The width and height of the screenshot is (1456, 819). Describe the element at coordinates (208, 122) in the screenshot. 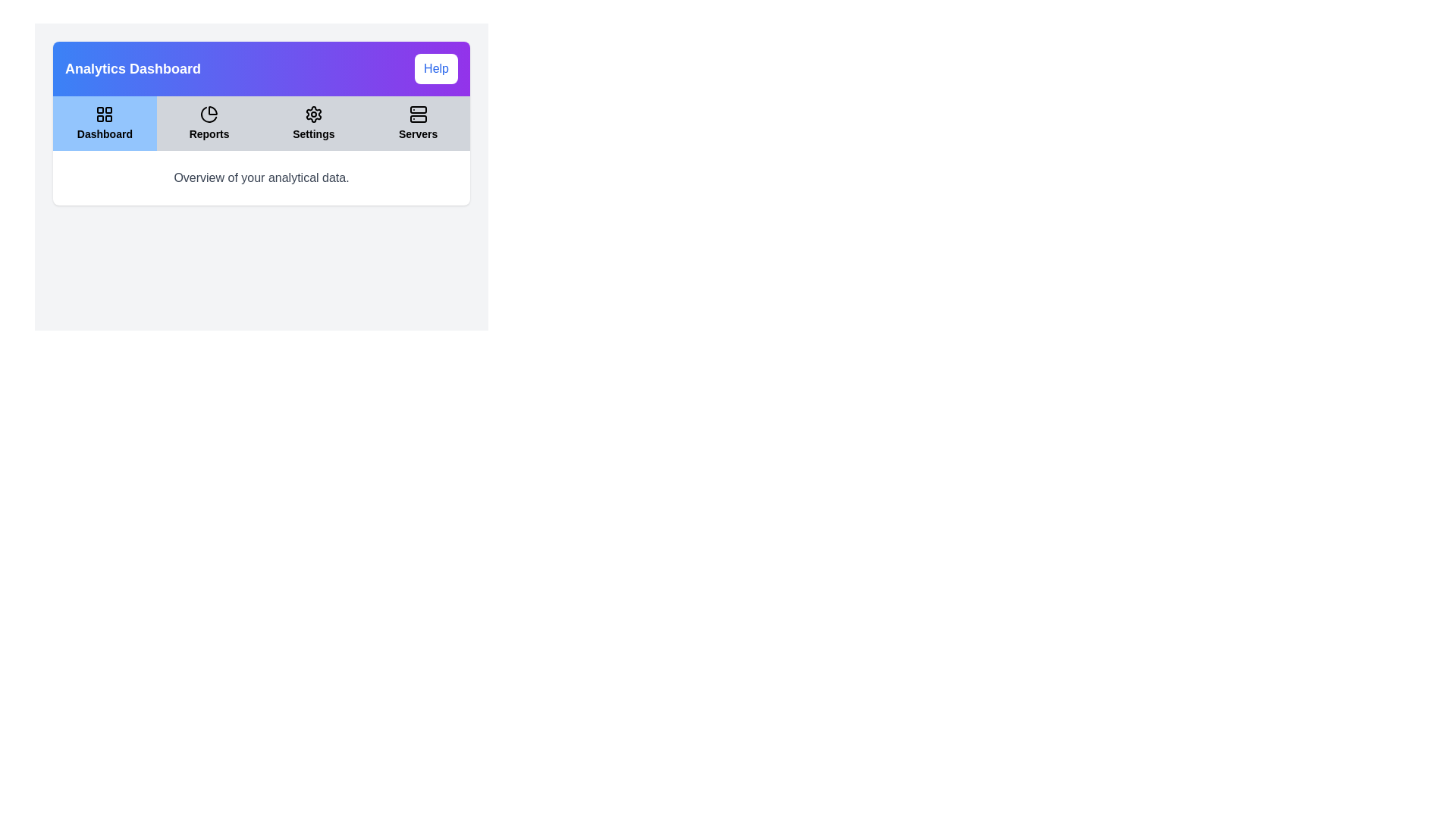

I see `the 'Reports' button, which is the second button in the navigation row located in the header section of the interface` at that location.